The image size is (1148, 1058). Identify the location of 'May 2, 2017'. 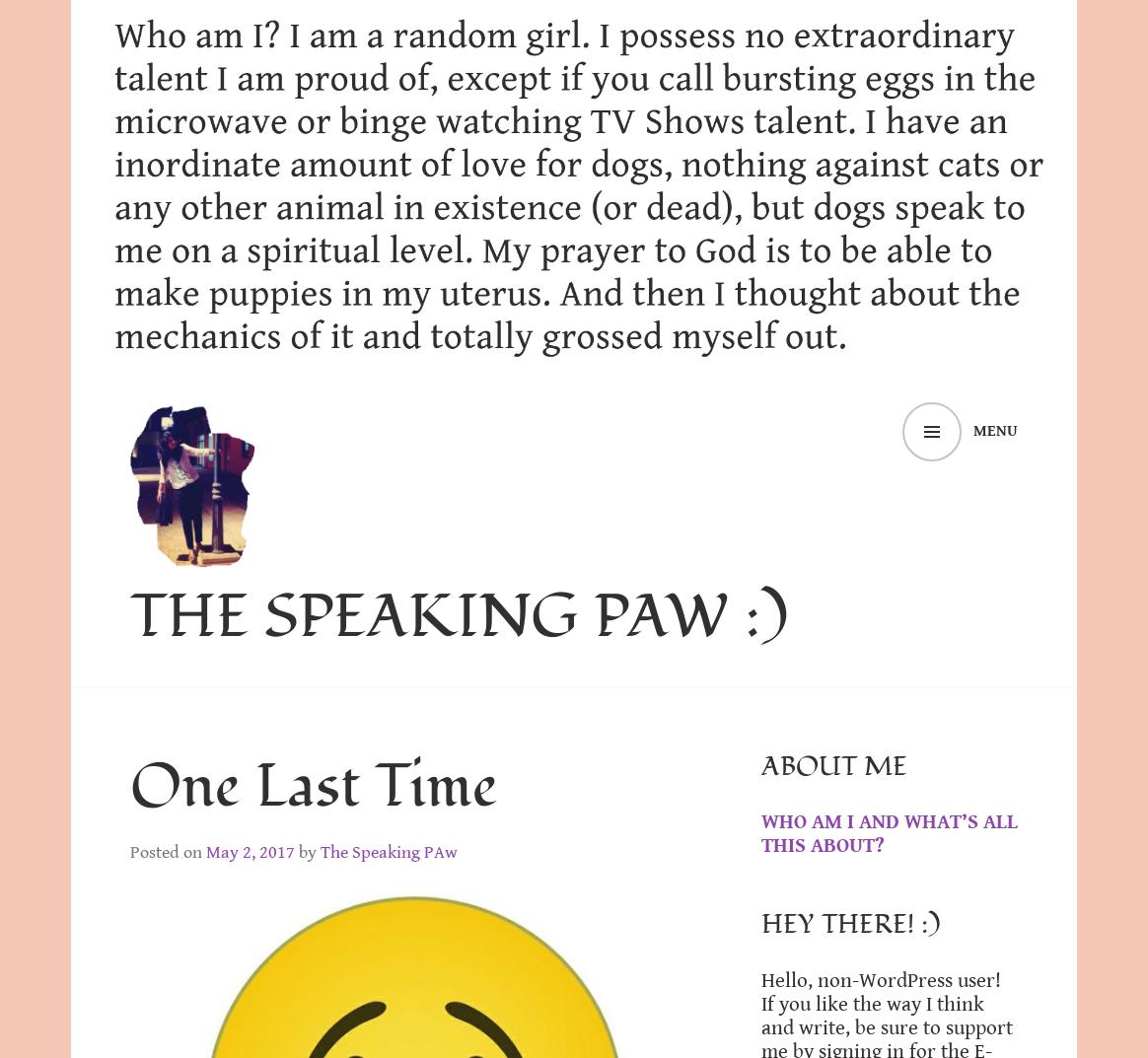
(249, 850).